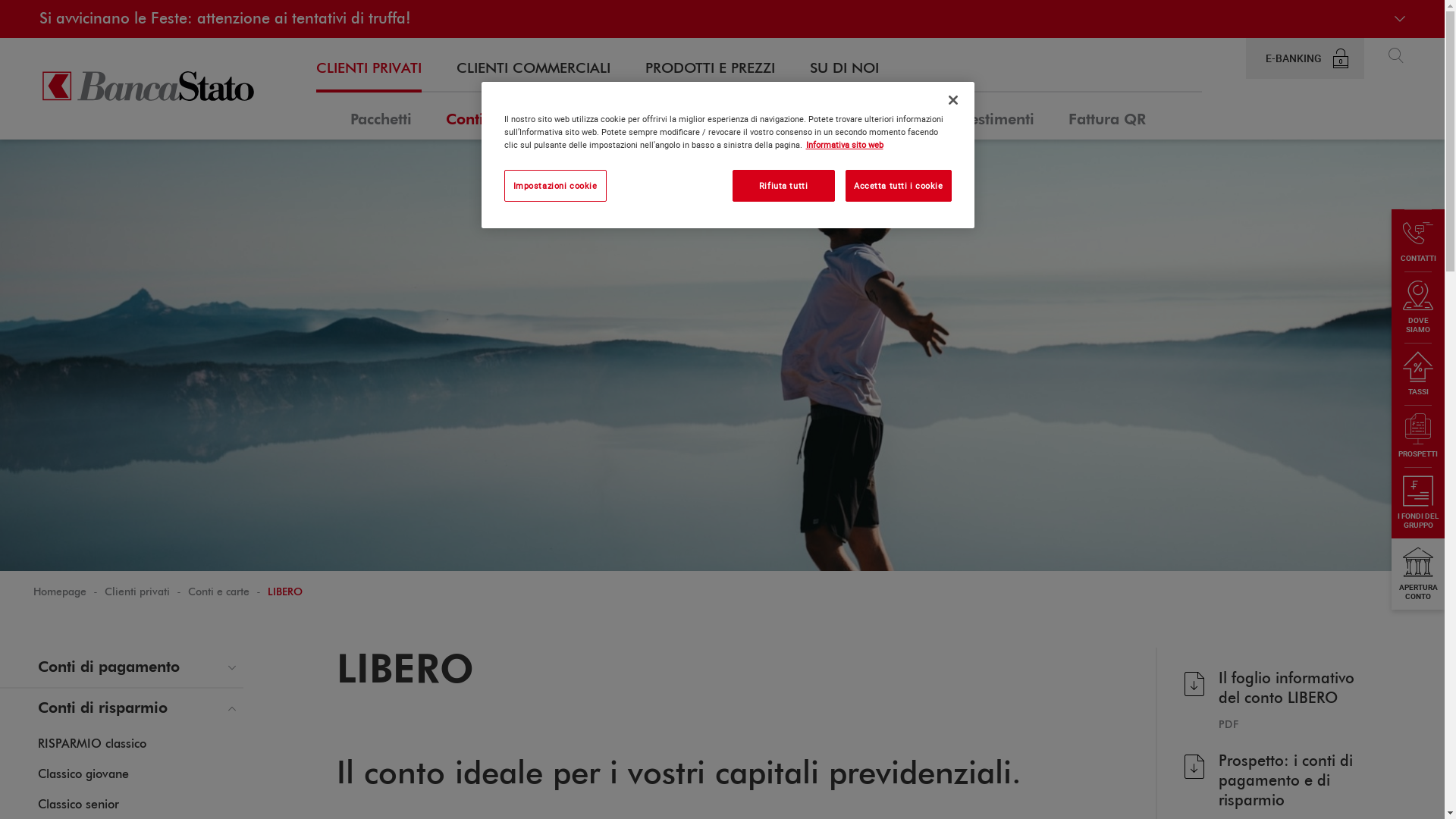 This screenshot has height=819, width=1456. What do you see at coordinates (991, 115) in the screenshot?
I see `'Investimenti'` at bounding box center [991, 115].